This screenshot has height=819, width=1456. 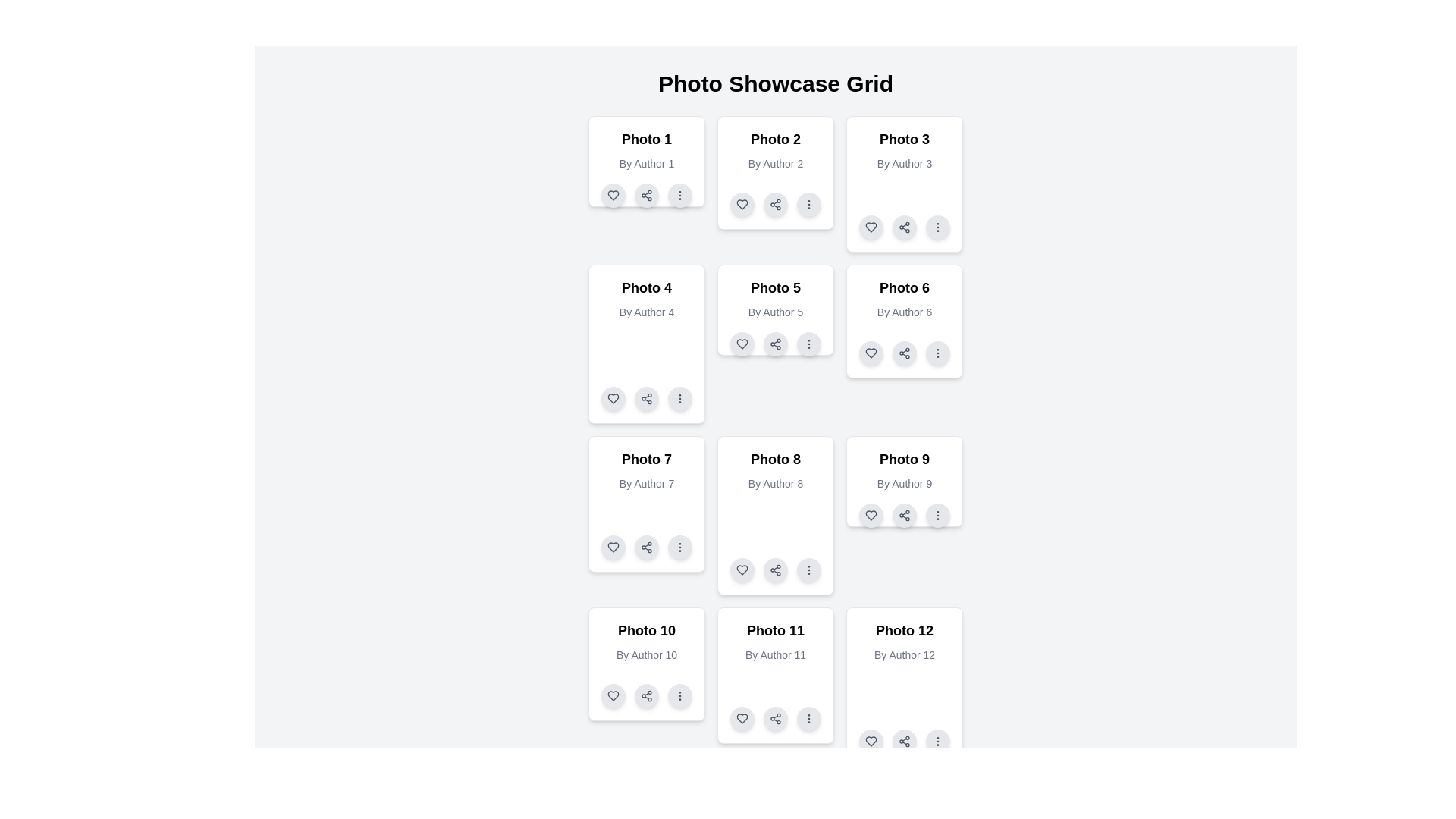 I want to click on the 'share' button located in the control panel of the 'Photo 6' card, positioned between the heart-shaped button and the ellipsis button, so click(x=905, y=353).